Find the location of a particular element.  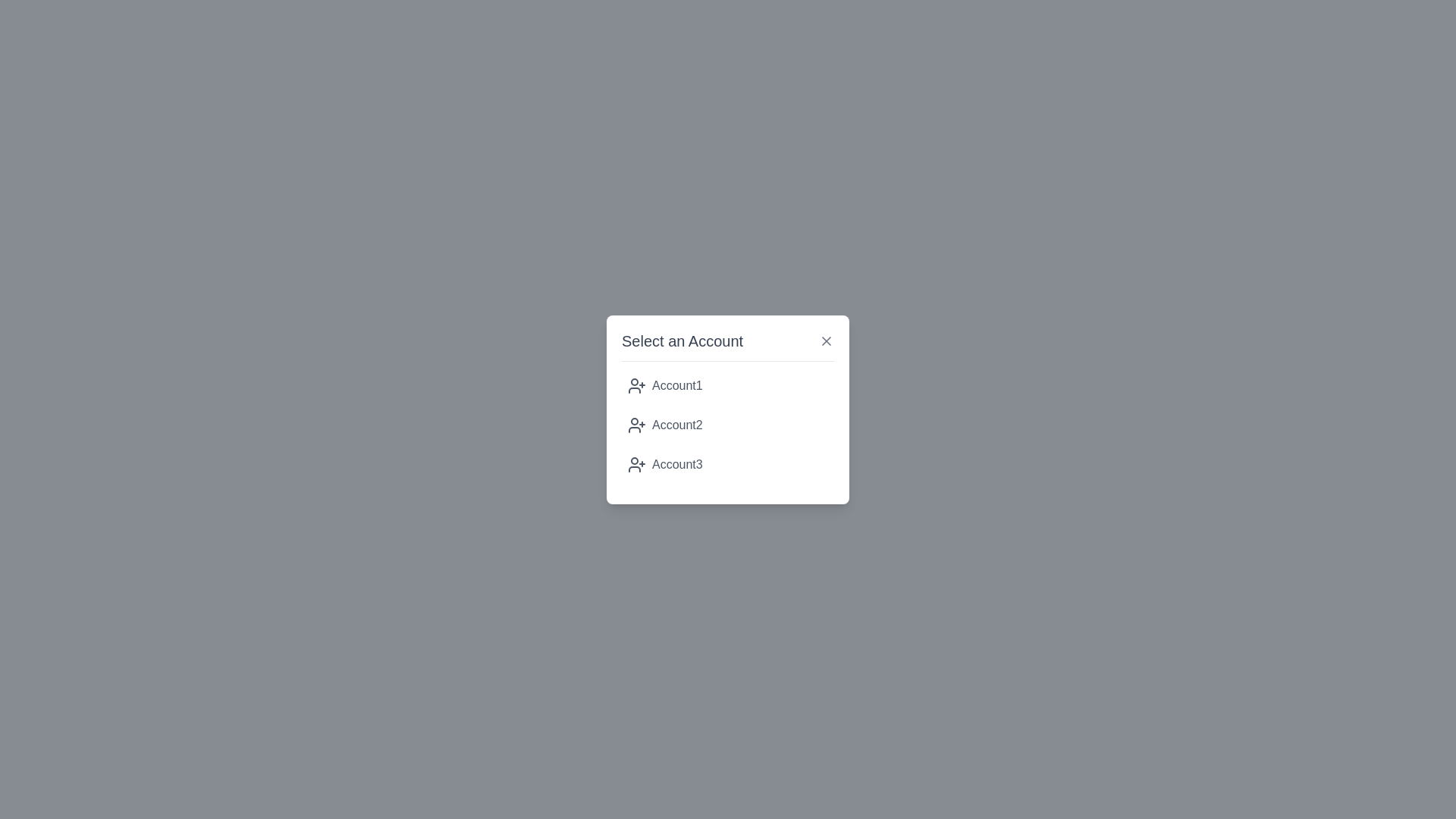

the 'X' button to close the dialog is located at coordinates (825, 340).